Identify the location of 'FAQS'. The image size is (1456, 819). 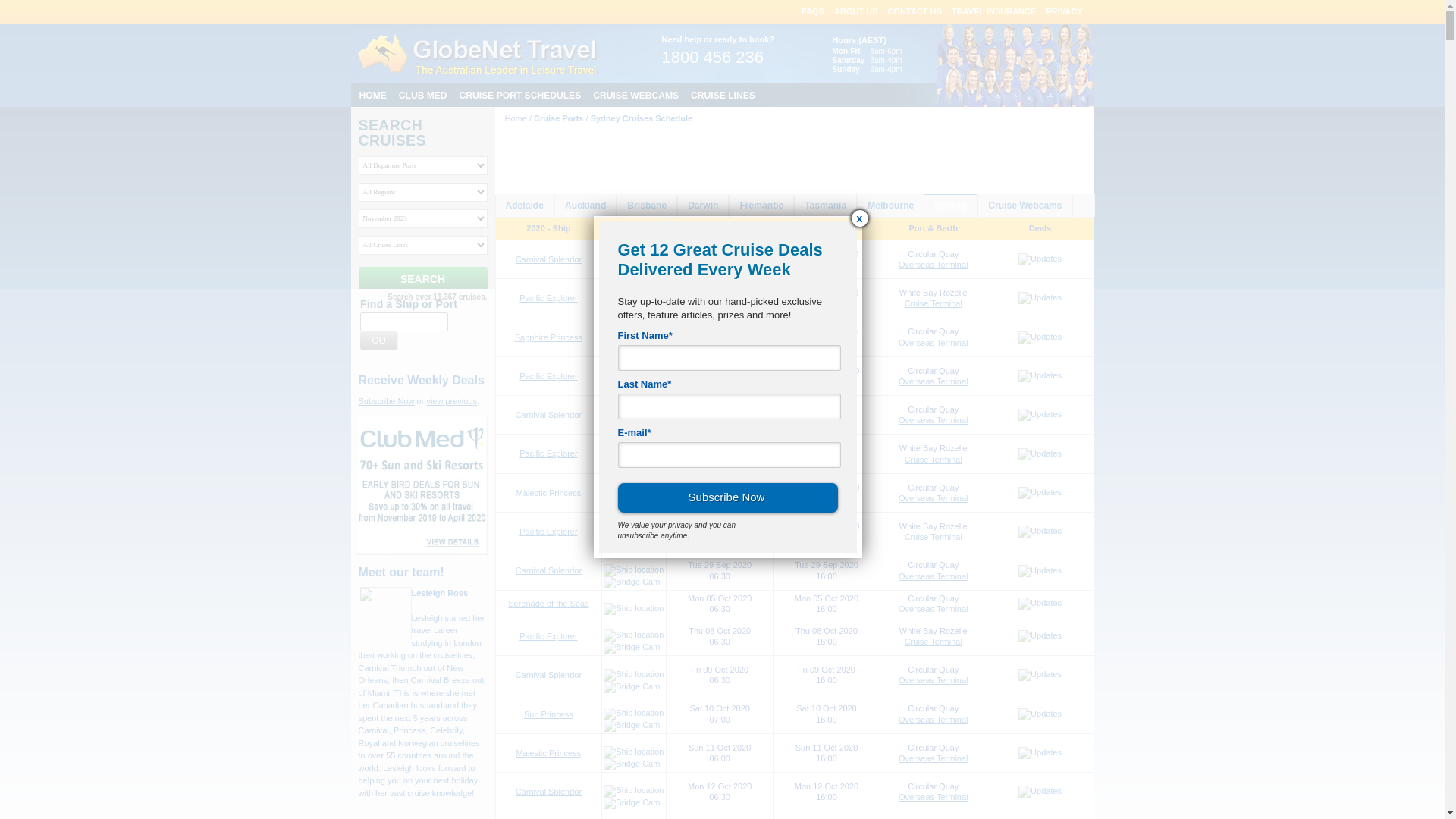
(811, 11).